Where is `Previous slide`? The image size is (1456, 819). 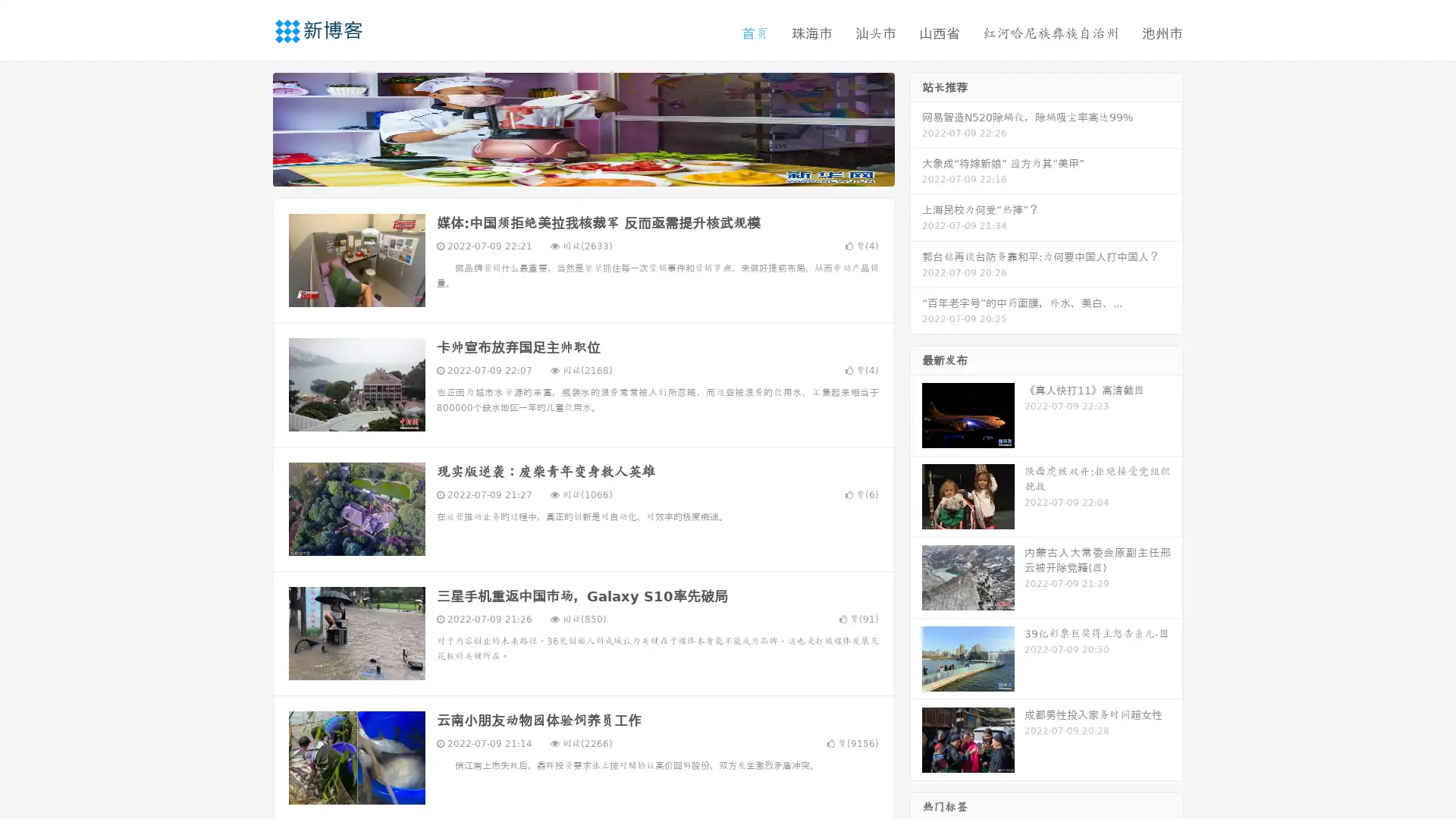 Previous slide is located at coordinates (250, 127).